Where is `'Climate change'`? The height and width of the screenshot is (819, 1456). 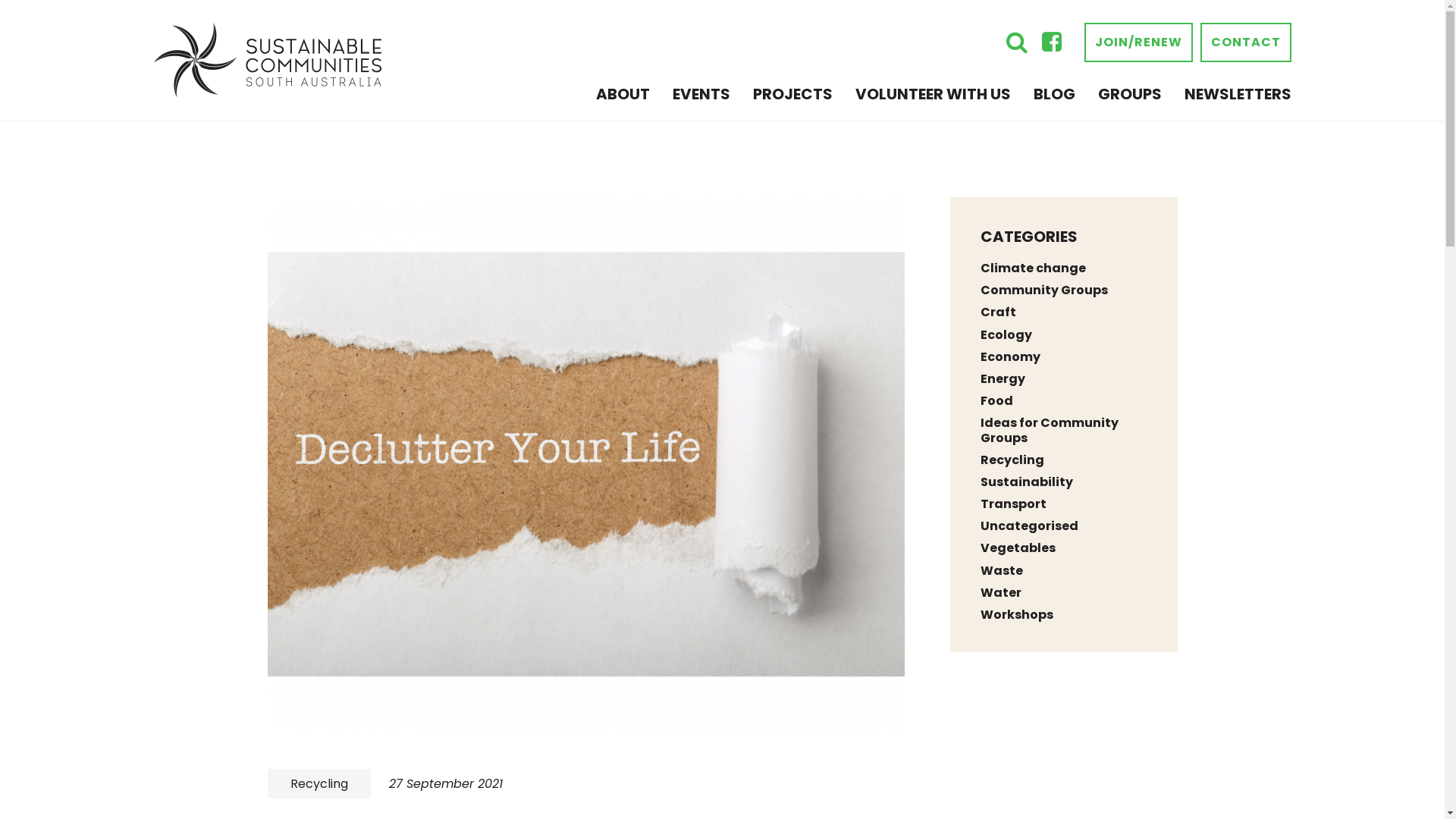 'Climate change' is located at coordinates (1031, 267).